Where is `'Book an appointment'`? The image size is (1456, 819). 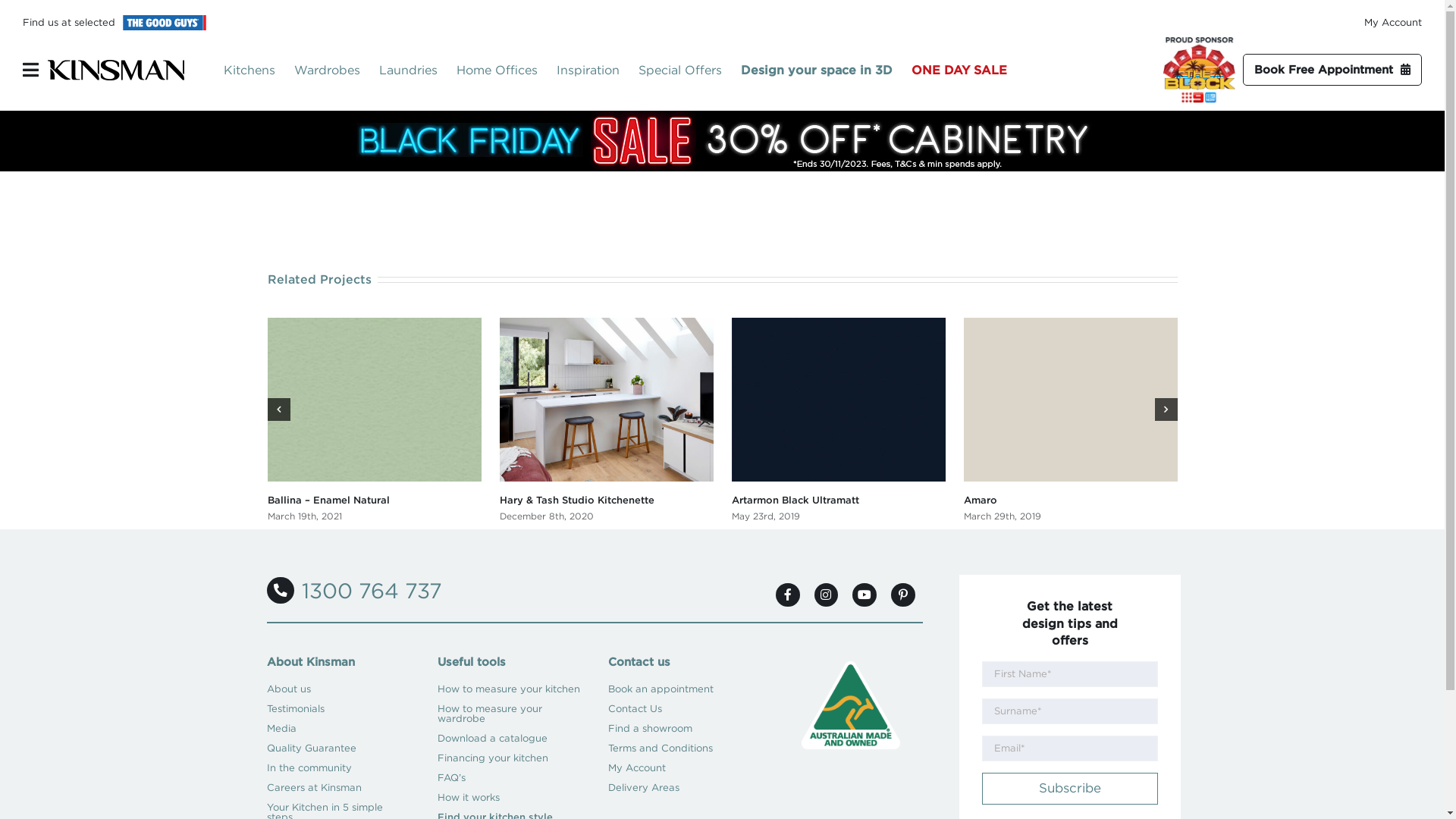
'Book an appointment' is located at coordinates (679, 689).